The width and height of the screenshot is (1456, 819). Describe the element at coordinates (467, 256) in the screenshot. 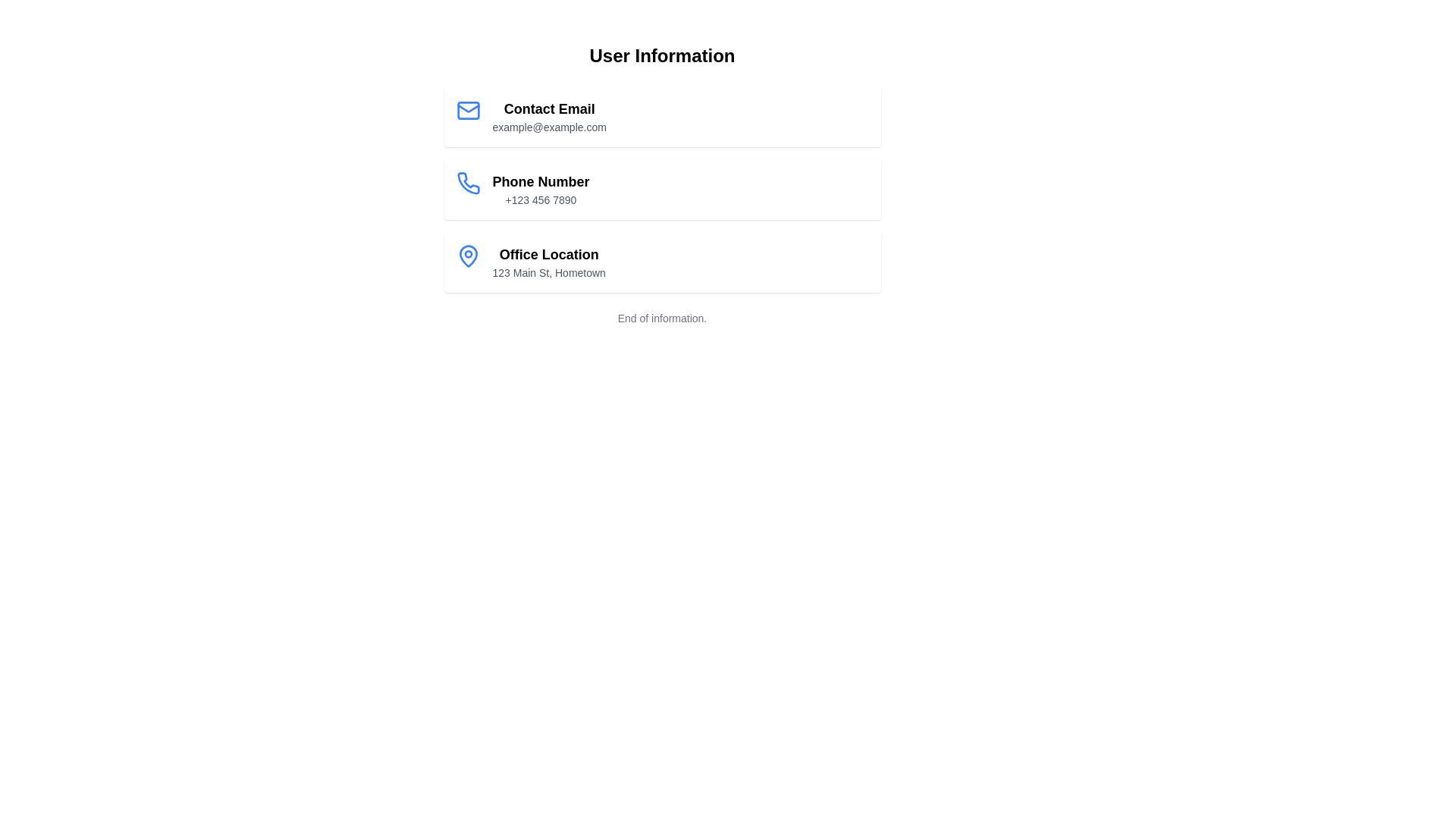

I see `the blue map pin icon located in the 'Office Location' section, positioned to the left of the title text` at that location.